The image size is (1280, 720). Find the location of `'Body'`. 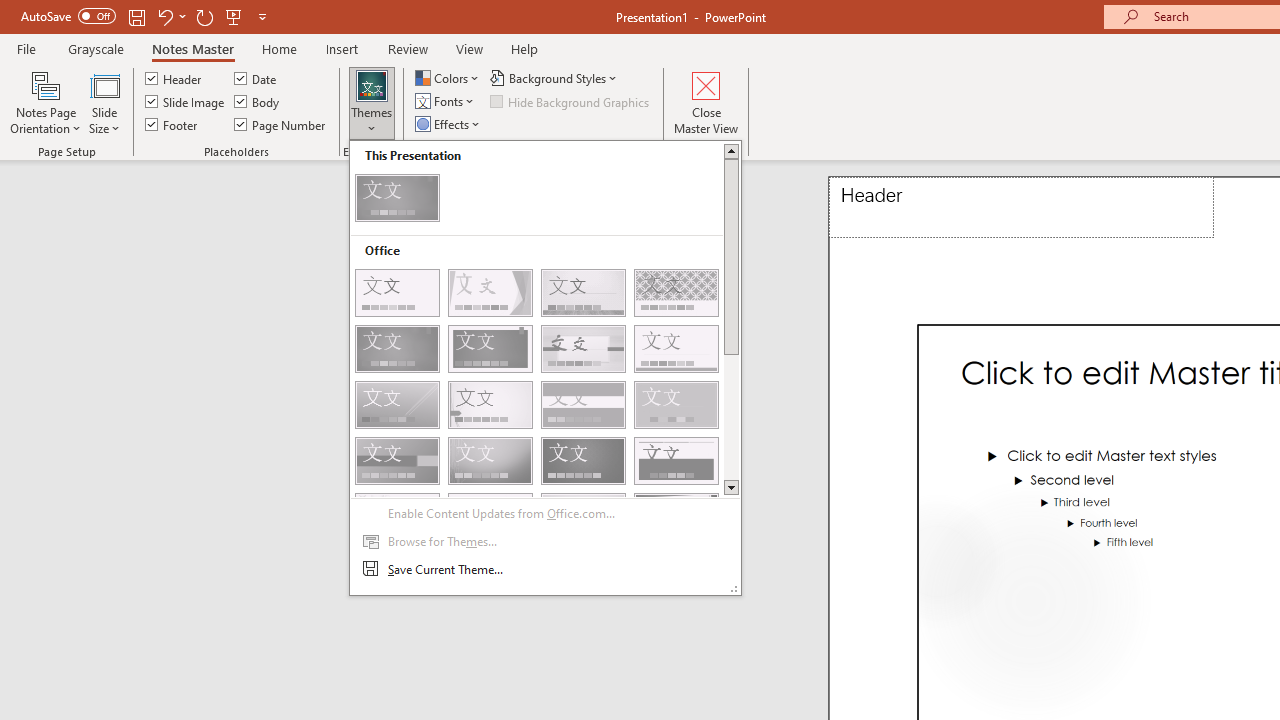

'Body' is located at coordinates (256, 101).